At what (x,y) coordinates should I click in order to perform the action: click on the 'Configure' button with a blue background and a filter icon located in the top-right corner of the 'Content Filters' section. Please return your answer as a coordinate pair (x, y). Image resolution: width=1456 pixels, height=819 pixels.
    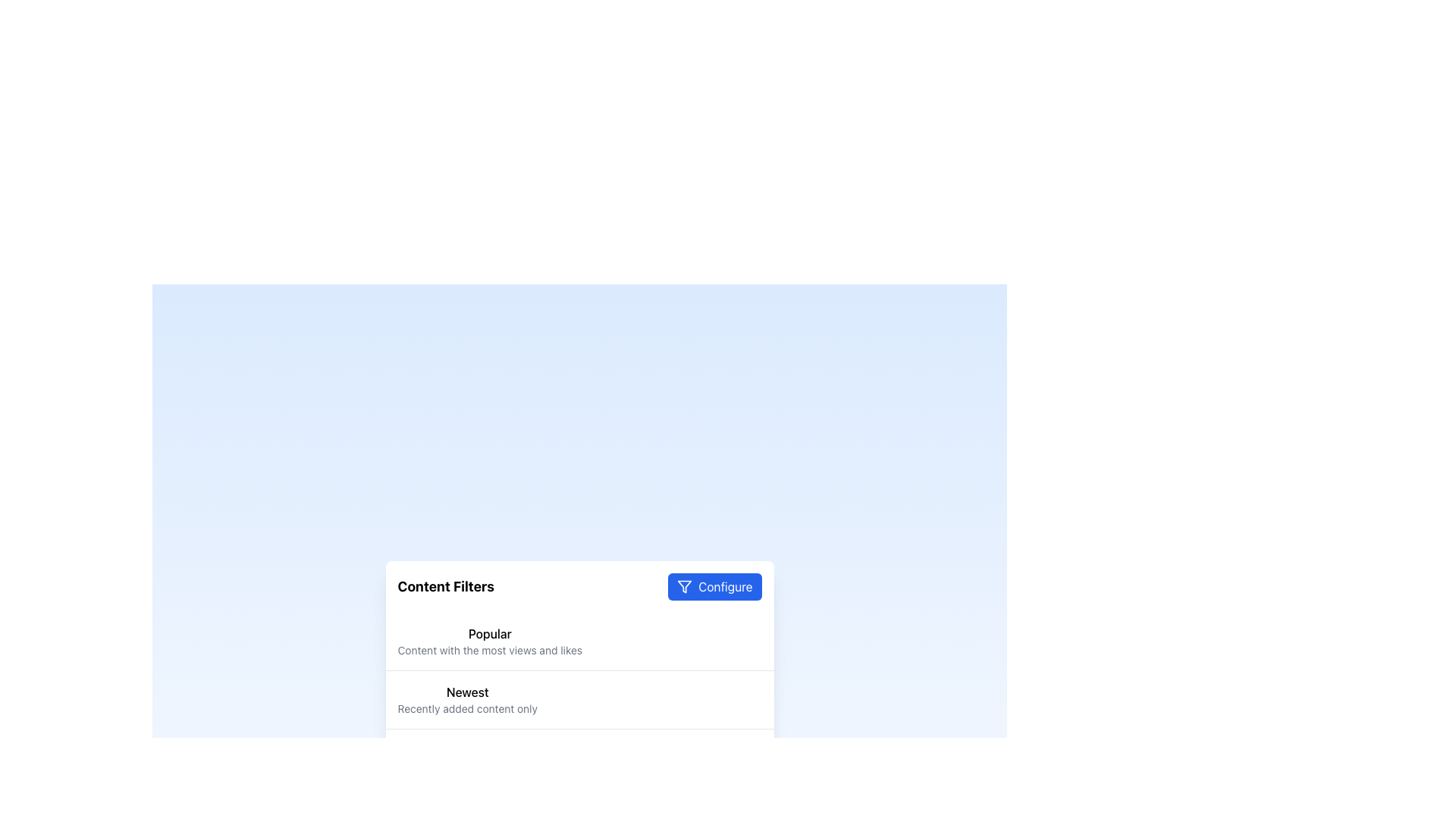
    Looking at the image, I should click on (714, 586).